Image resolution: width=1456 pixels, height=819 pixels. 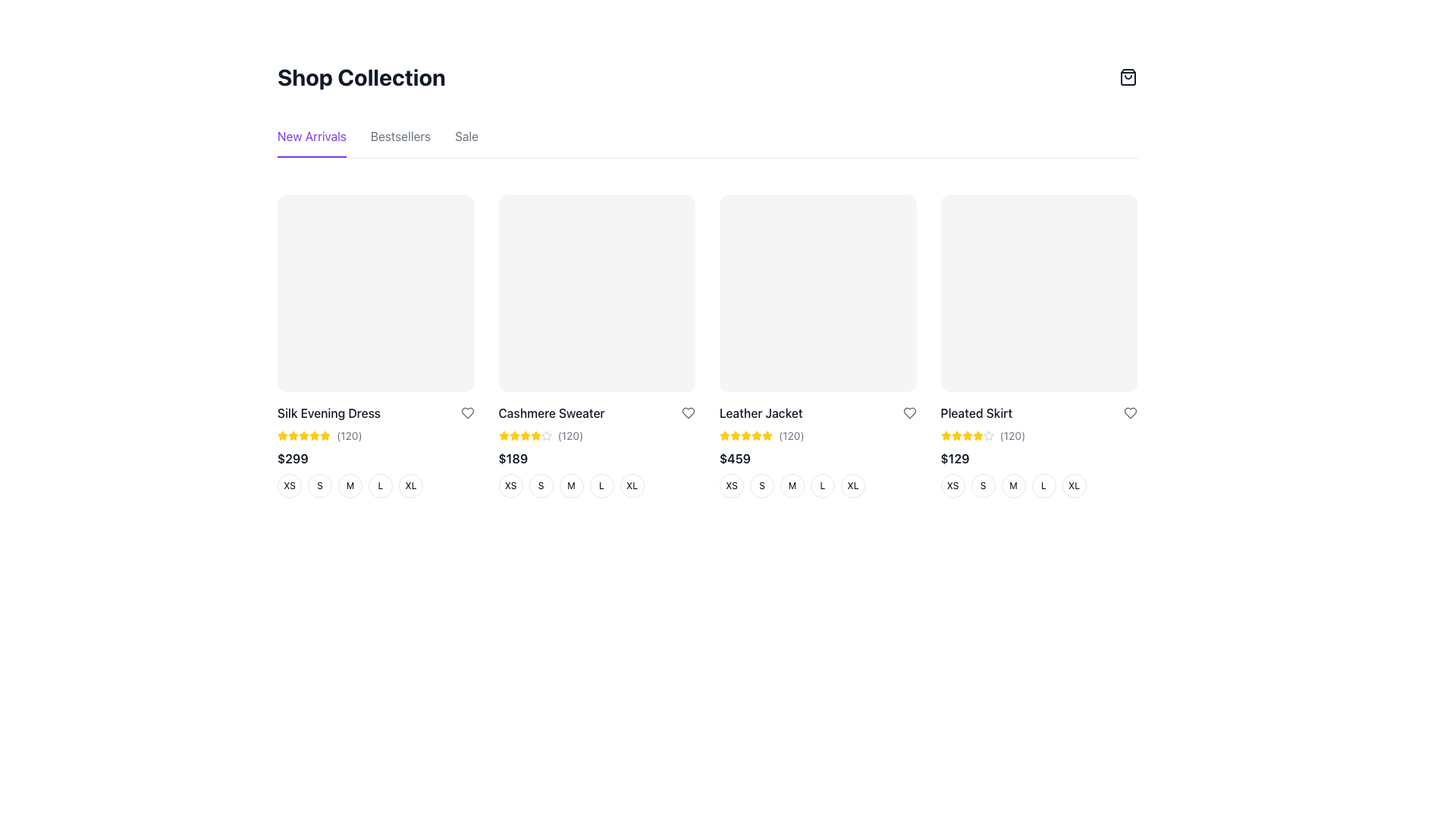 I want to click on the first star in the rating system under the 'Cashmere Sweater' product card in the 'New Arrivals' section to adjust the rating, so click(x=514, y=435).